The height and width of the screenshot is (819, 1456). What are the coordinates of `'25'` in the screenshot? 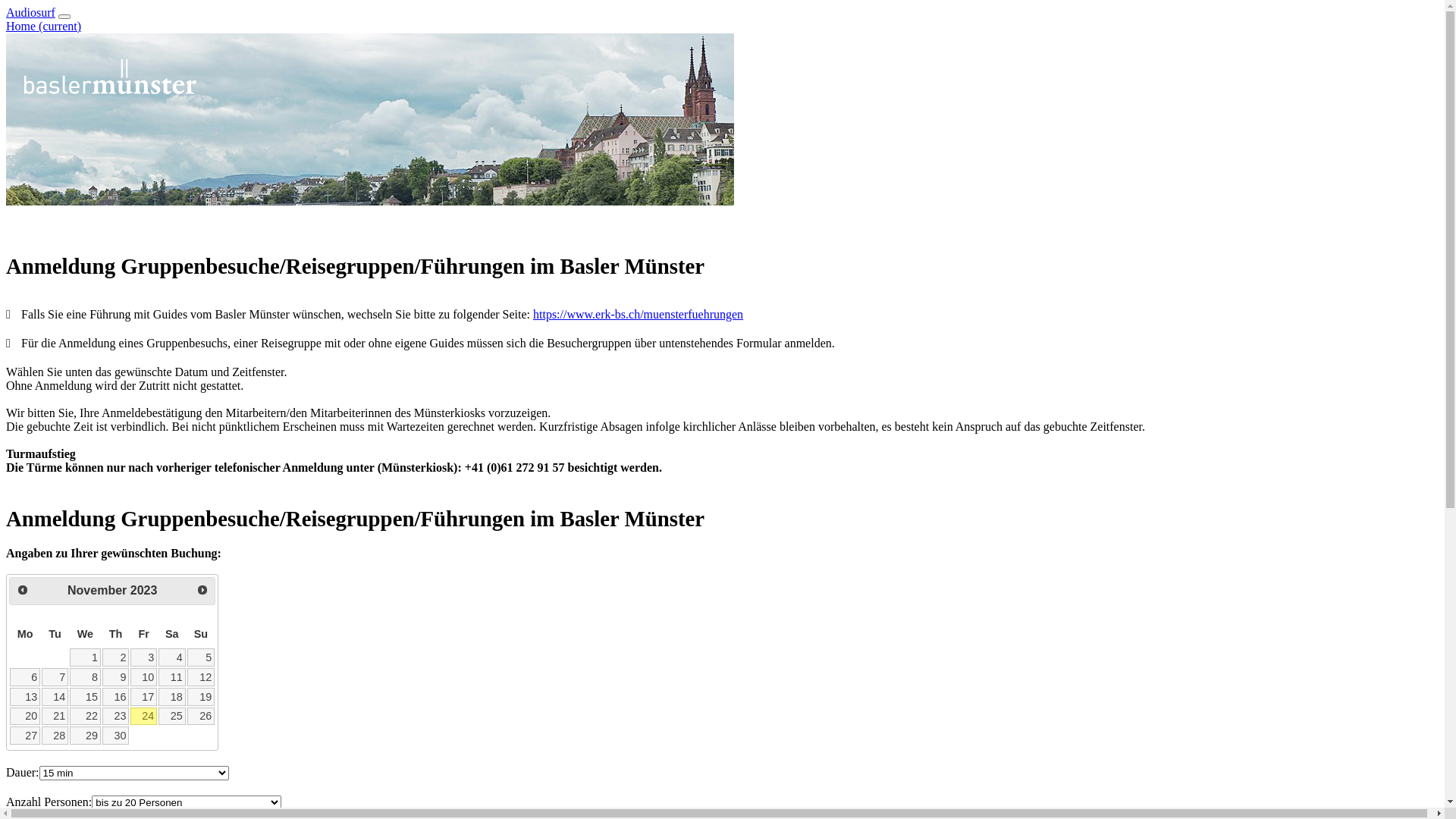 It's located at (171, 717).